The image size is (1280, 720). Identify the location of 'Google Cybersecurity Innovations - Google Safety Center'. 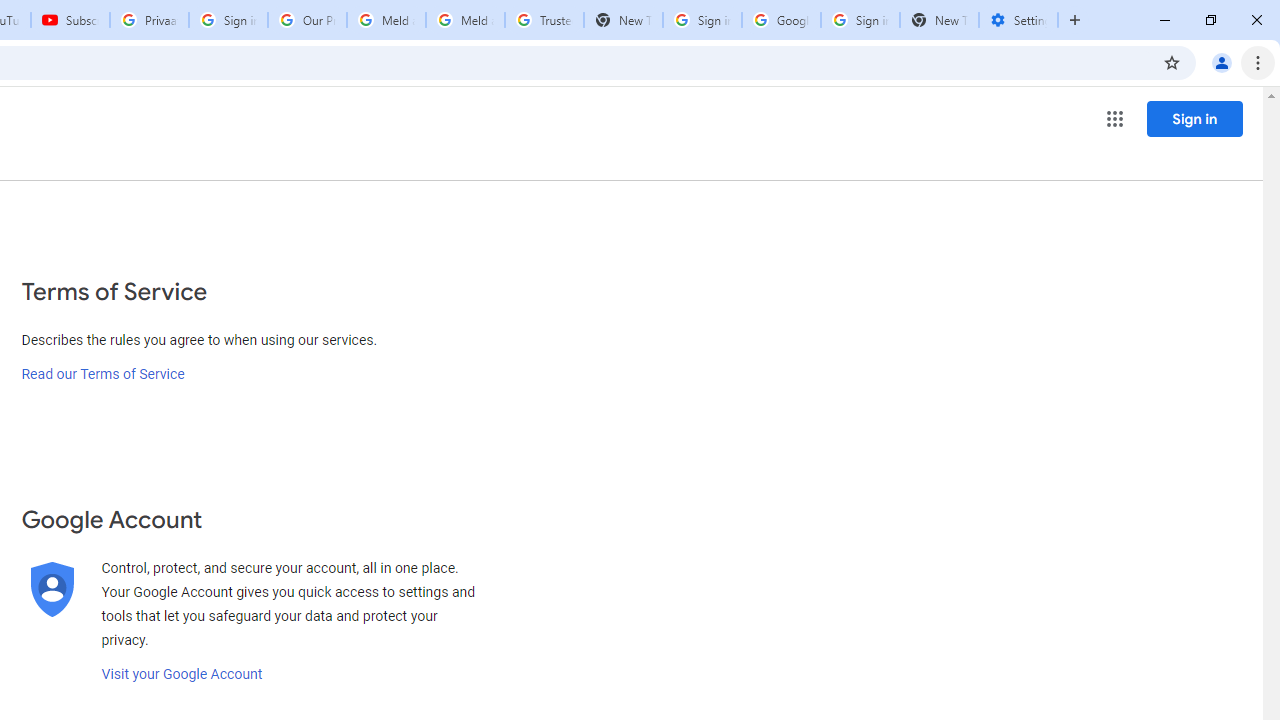
(780, 20).